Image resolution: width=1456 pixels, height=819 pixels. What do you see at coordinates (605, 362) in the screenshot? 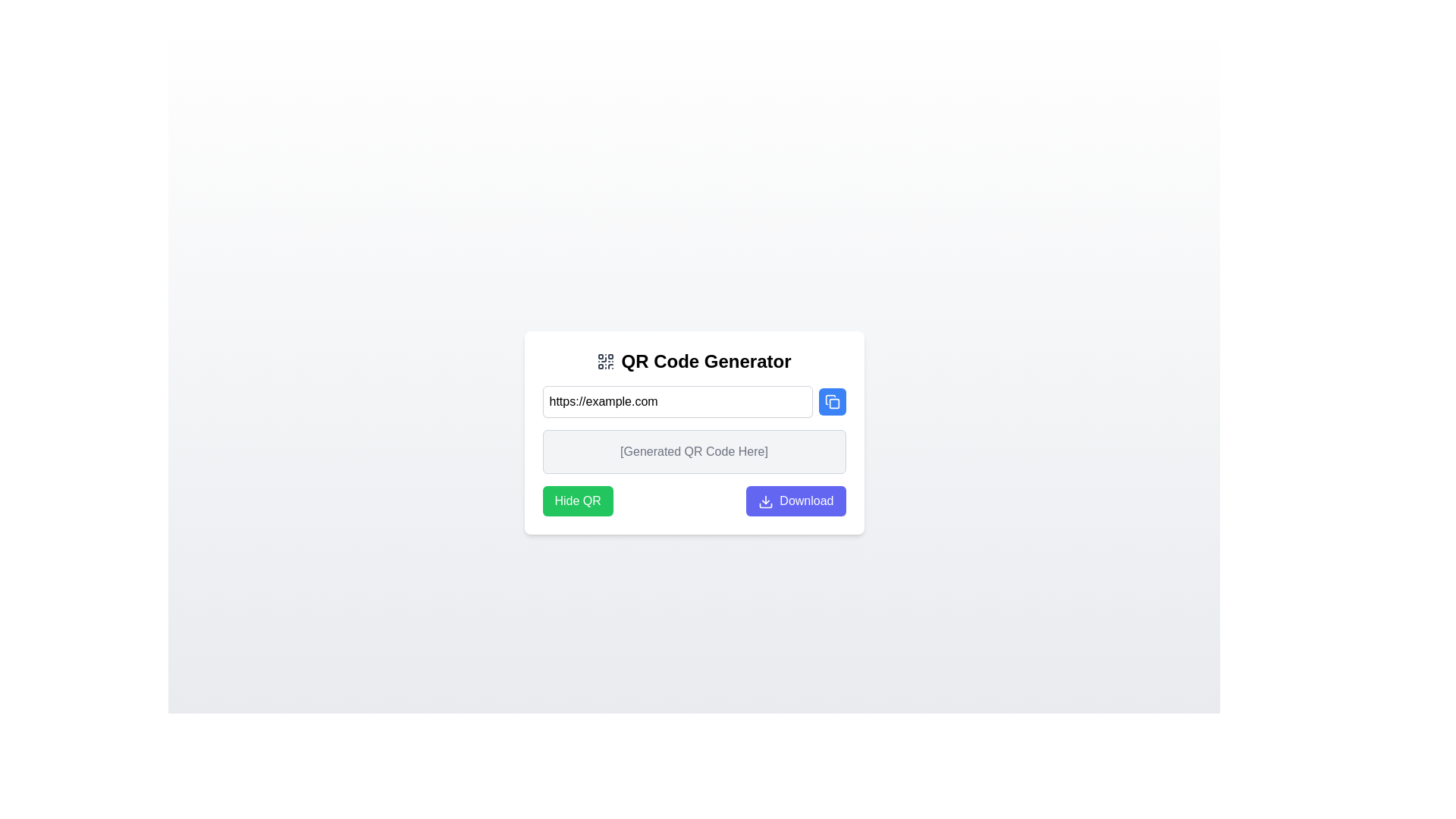
I see `the QR code icon, which is gray and located to the left of the 'QR Code Generator' header` at bounding box center [605, 362].